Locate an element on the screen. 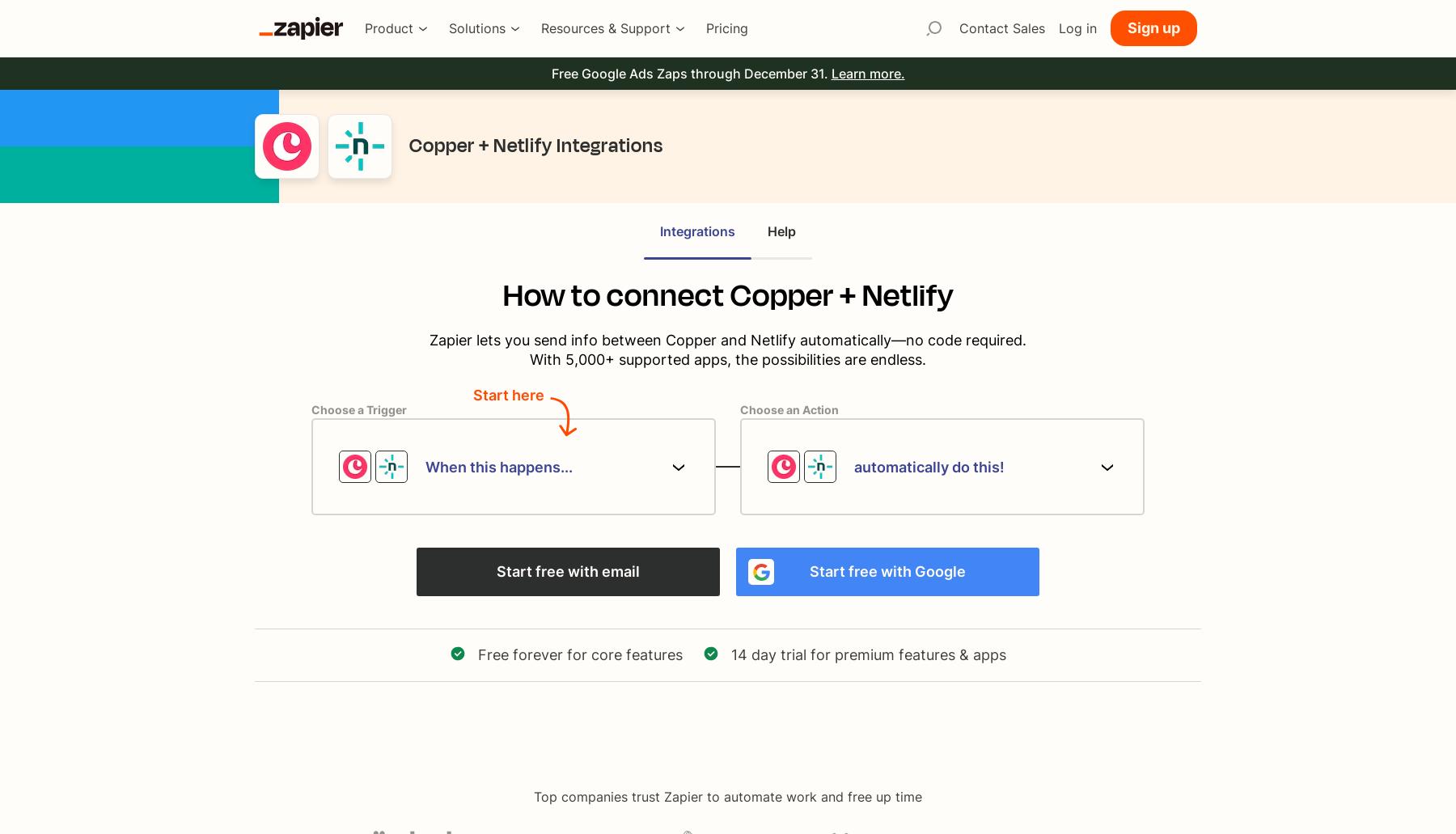 This screenshot has width=1456, height=834. 'automatically do this!' is located at coordinates (928, 465).